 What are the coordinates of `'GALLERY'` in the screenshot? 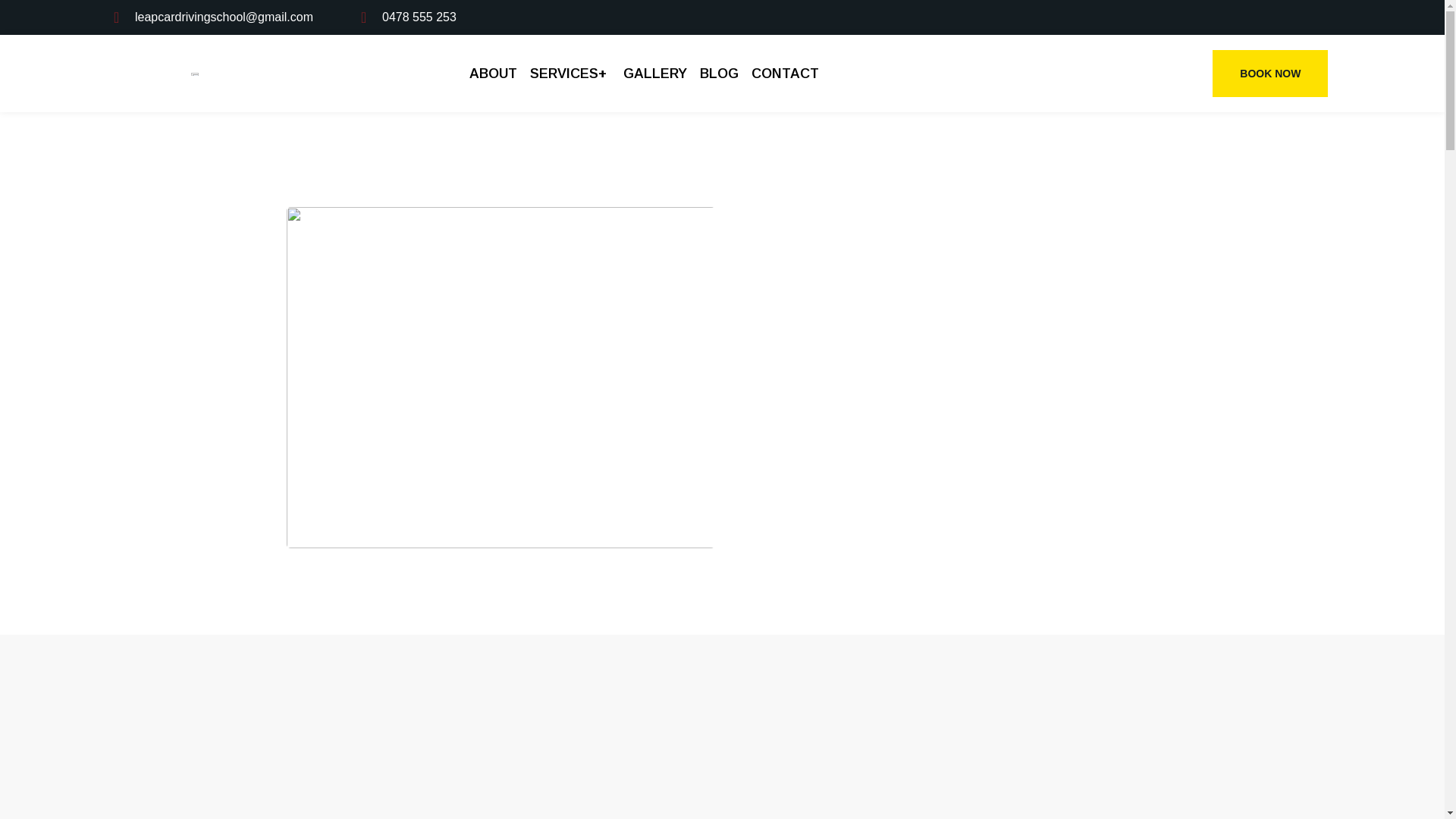 It's located at (655, 73).